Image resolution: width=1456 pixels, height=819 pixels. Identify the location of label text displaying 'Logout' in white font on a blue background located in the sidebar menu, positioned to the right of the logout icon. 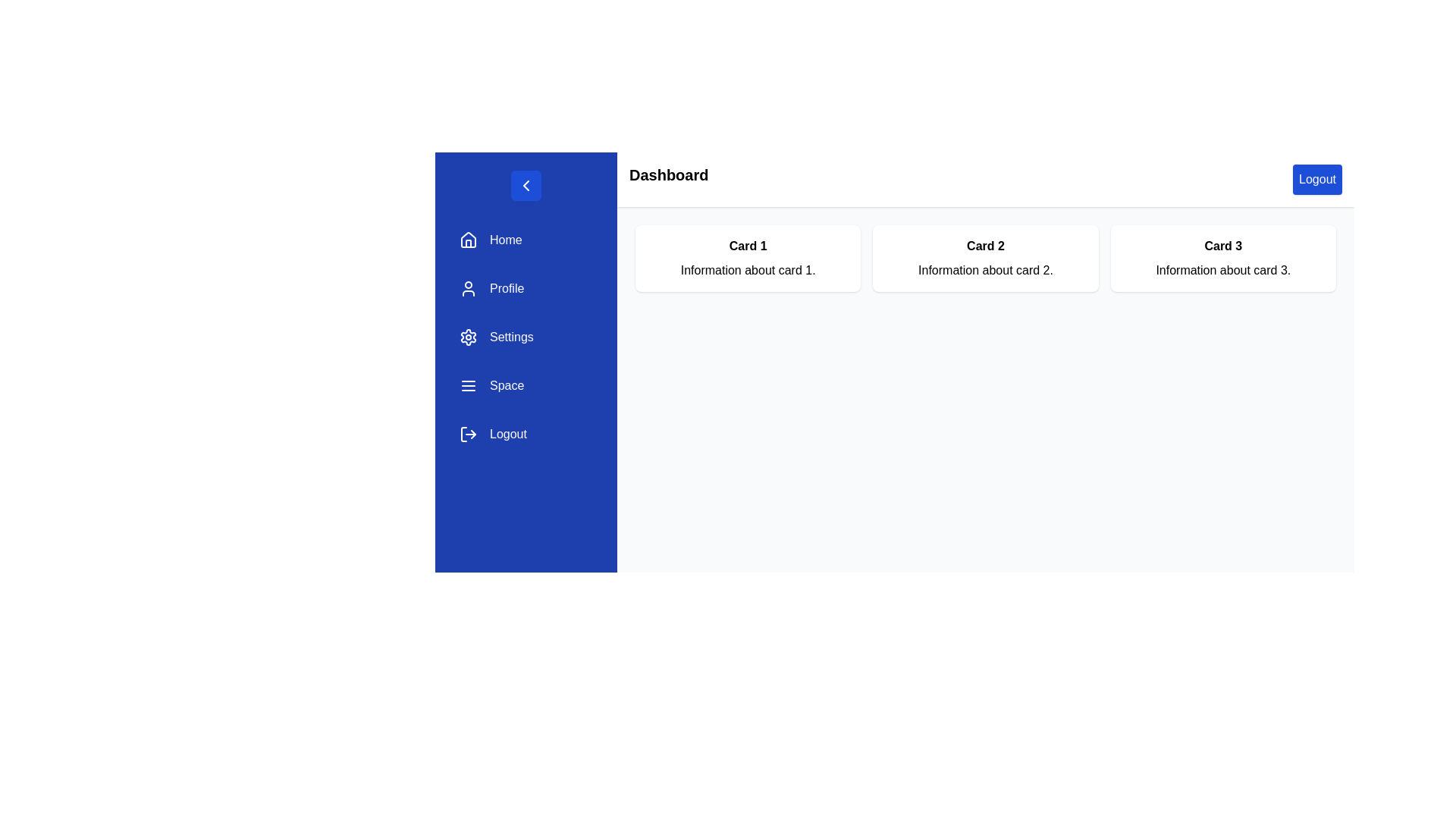
(508, 435).